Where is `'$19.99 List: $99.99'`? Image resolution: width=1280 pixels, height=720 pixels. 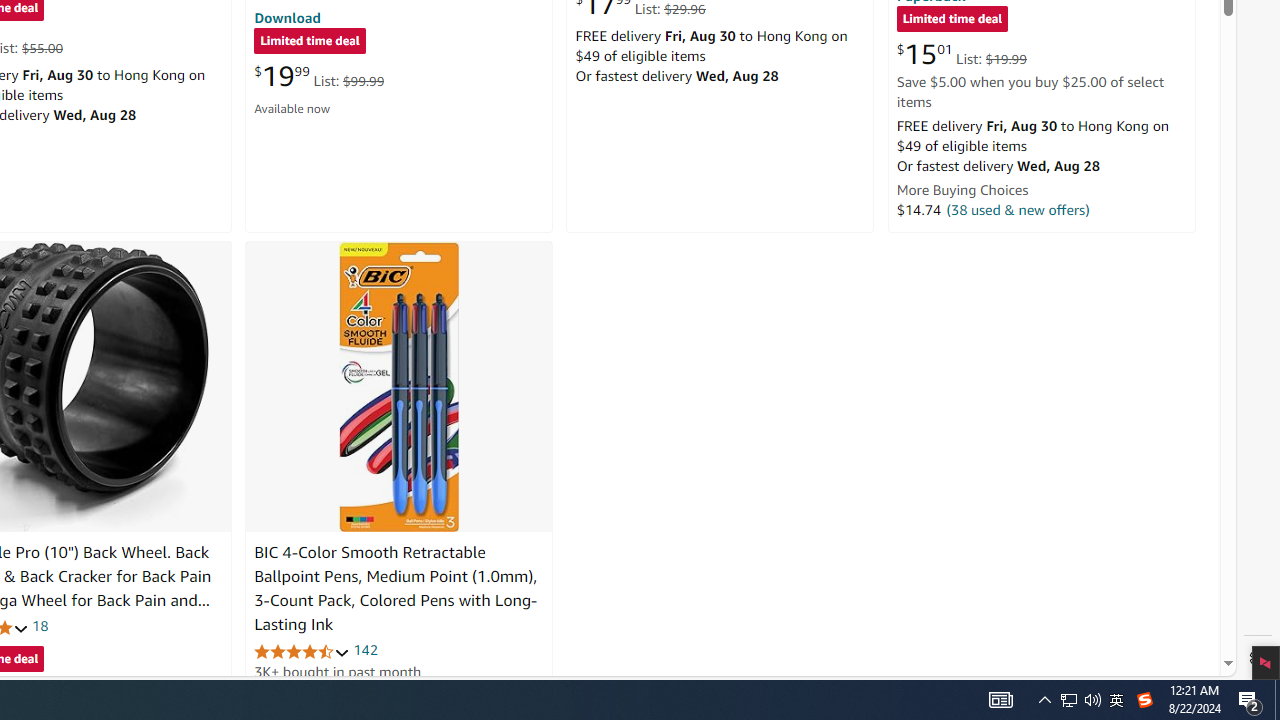 '$19.99 List: $99.99' is located at coordinates (318, 75).